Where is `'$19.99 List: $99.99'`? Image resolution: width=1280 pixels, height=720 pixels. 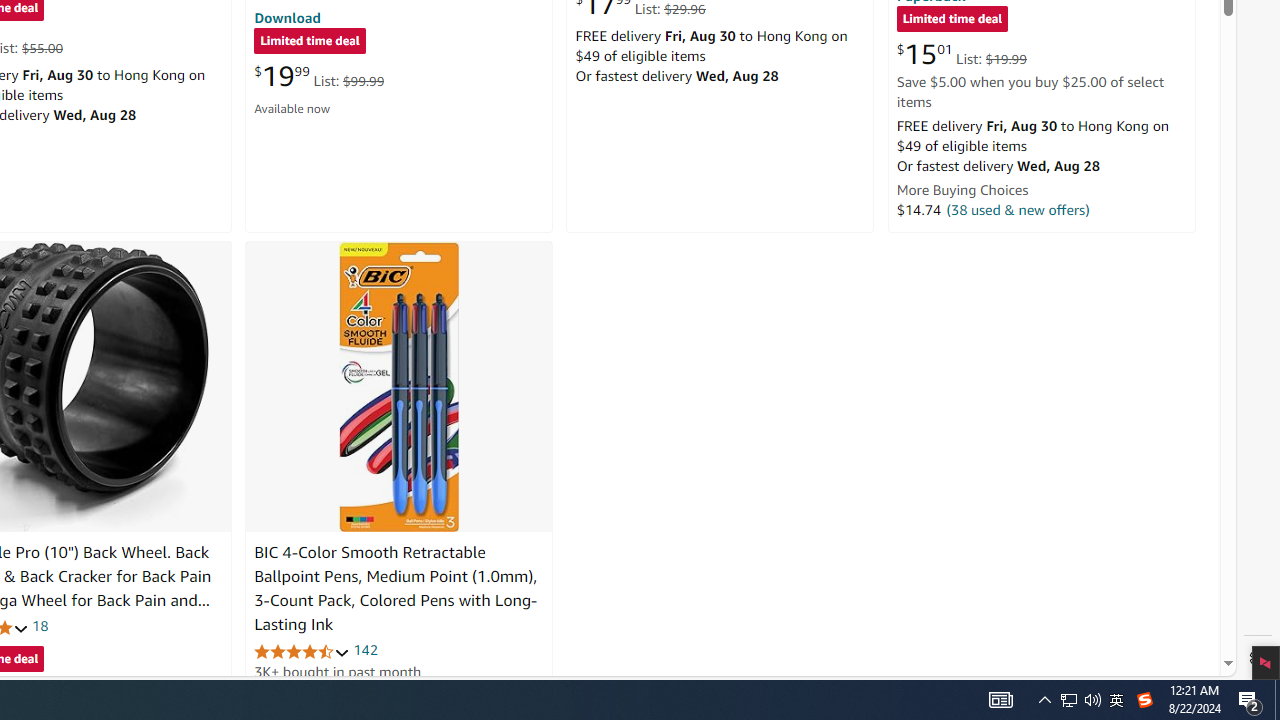 '$19.99 List: $99.99' is located at coordinates (318, 75).